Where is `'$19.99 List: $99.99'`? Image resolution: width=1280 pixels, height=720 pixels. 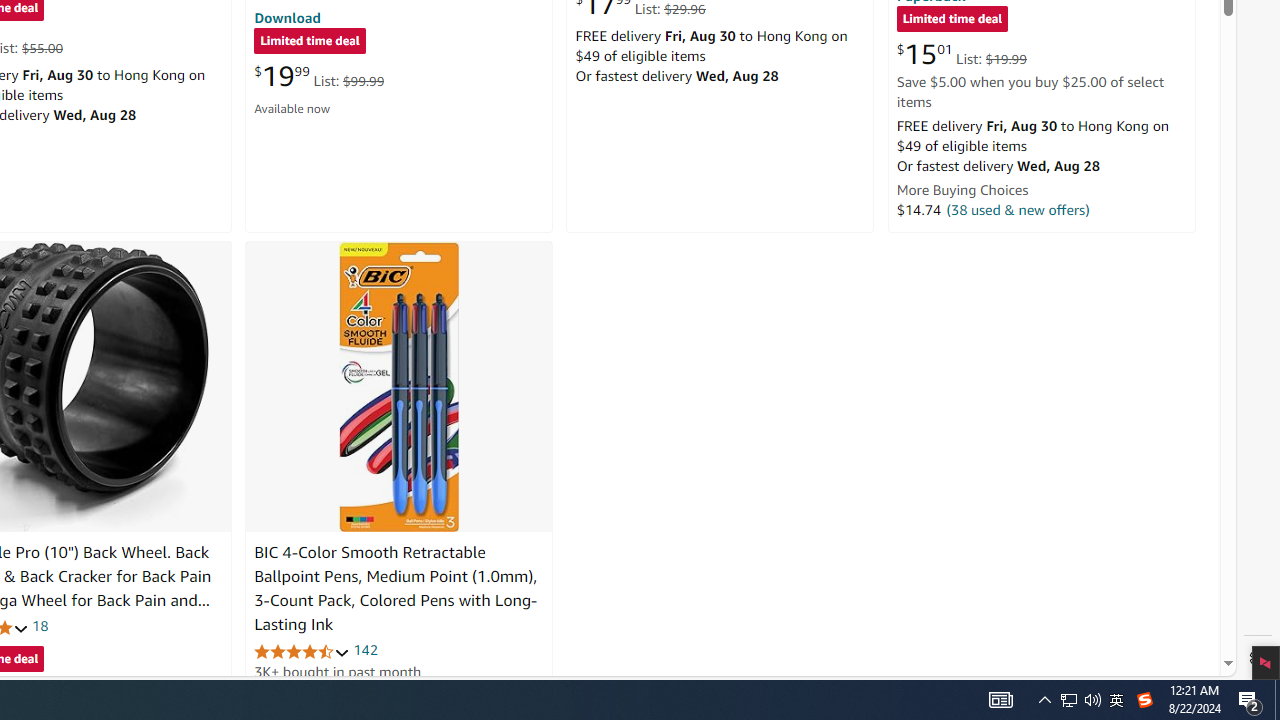 '$19.99 List: $99.99' is located at coordinates (318, 75).